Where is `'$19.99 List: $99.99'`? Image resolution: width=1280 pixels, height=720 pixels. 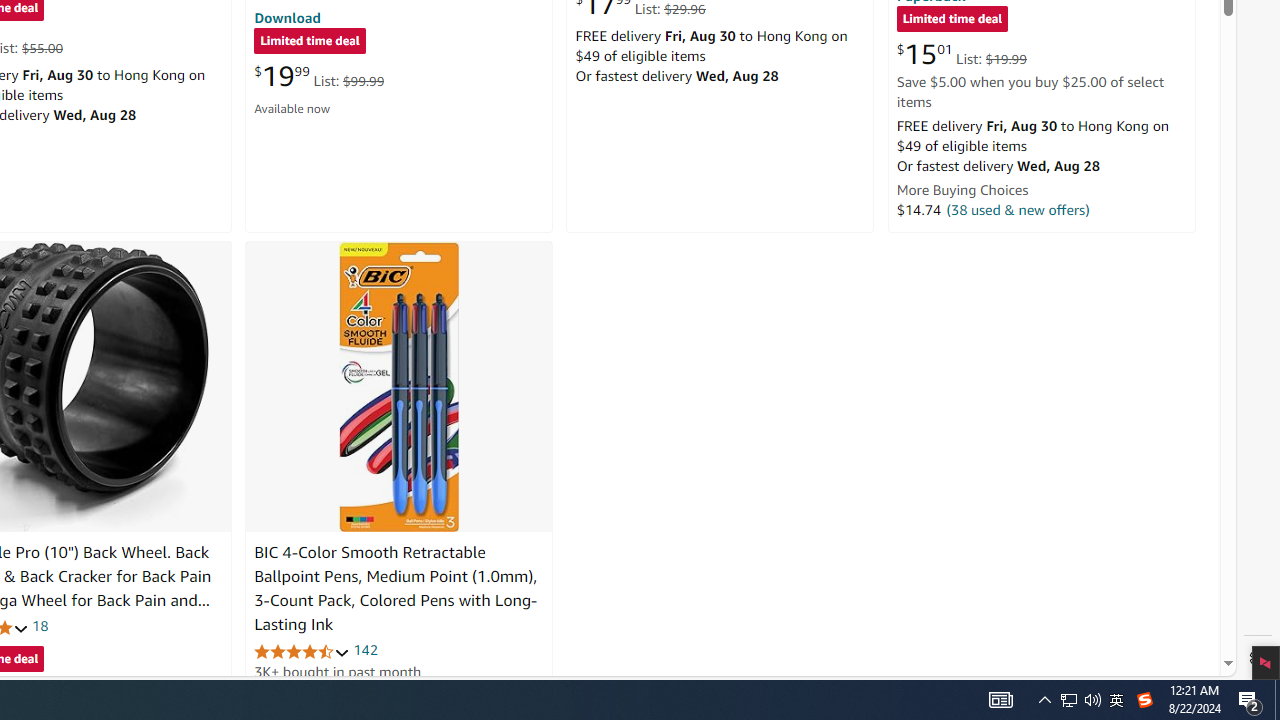 '$19.99 List: $99.99' is located at coordinates (318, 75).